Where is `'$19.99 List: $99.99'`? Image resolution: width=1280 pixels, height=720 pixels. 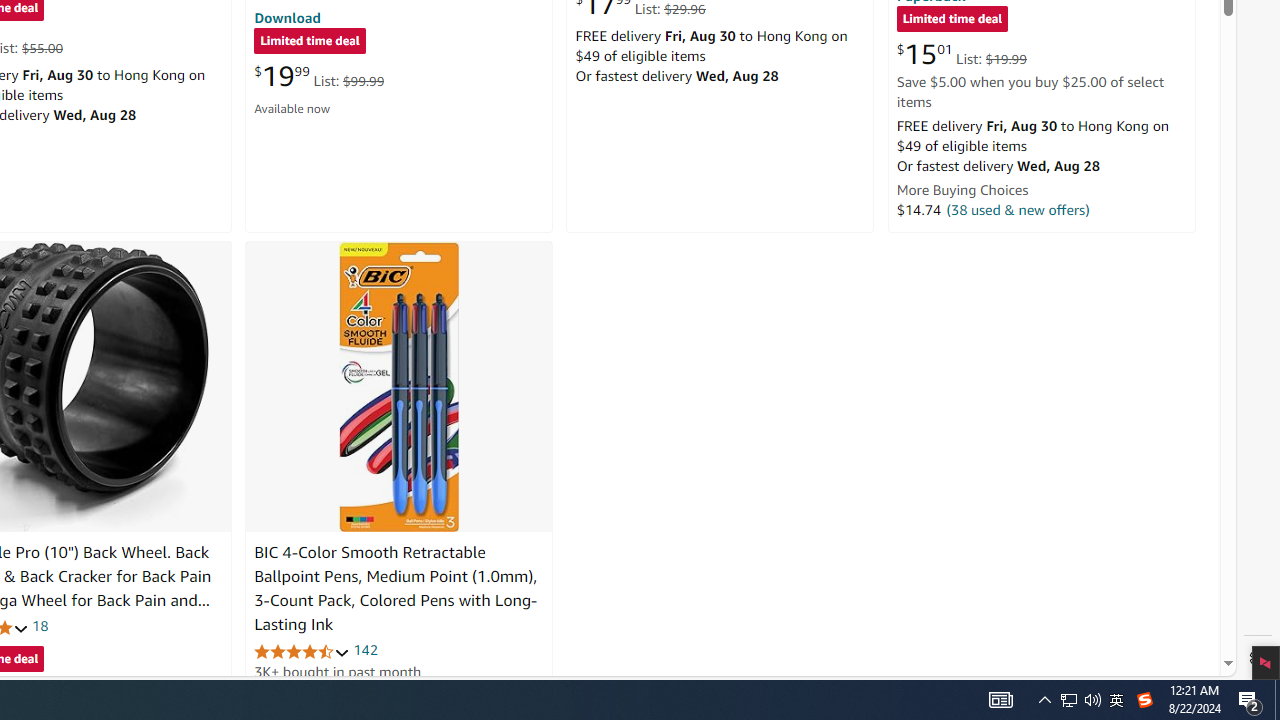 '$19.99 List: $99.99' is located at coordinates (318, 75).